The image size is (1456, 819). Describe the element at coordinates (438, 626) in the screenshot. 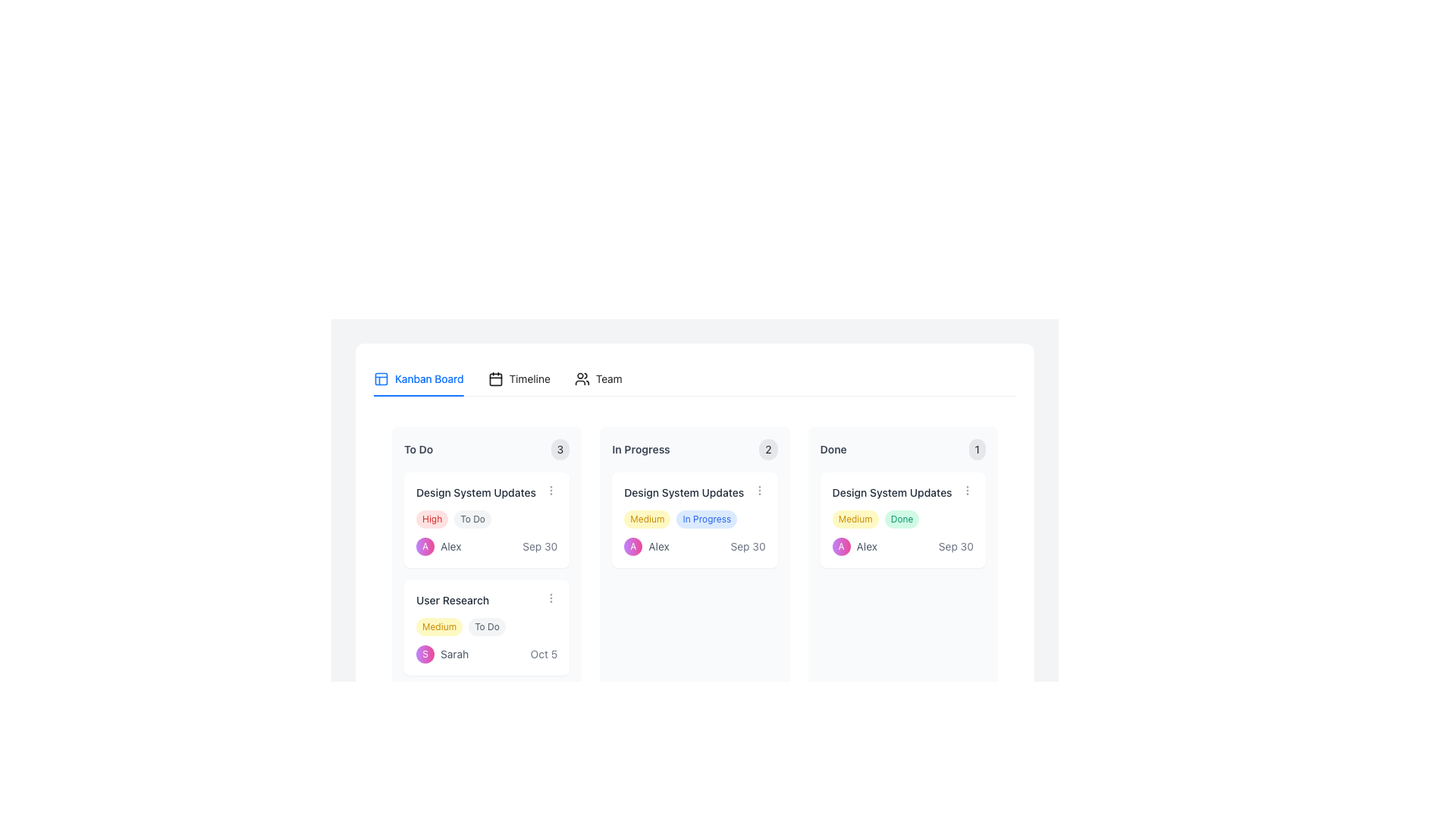

I see `the 'Medium' badge, which is a pill-shaped badge with a yellow background and bold yellow text` at that location.